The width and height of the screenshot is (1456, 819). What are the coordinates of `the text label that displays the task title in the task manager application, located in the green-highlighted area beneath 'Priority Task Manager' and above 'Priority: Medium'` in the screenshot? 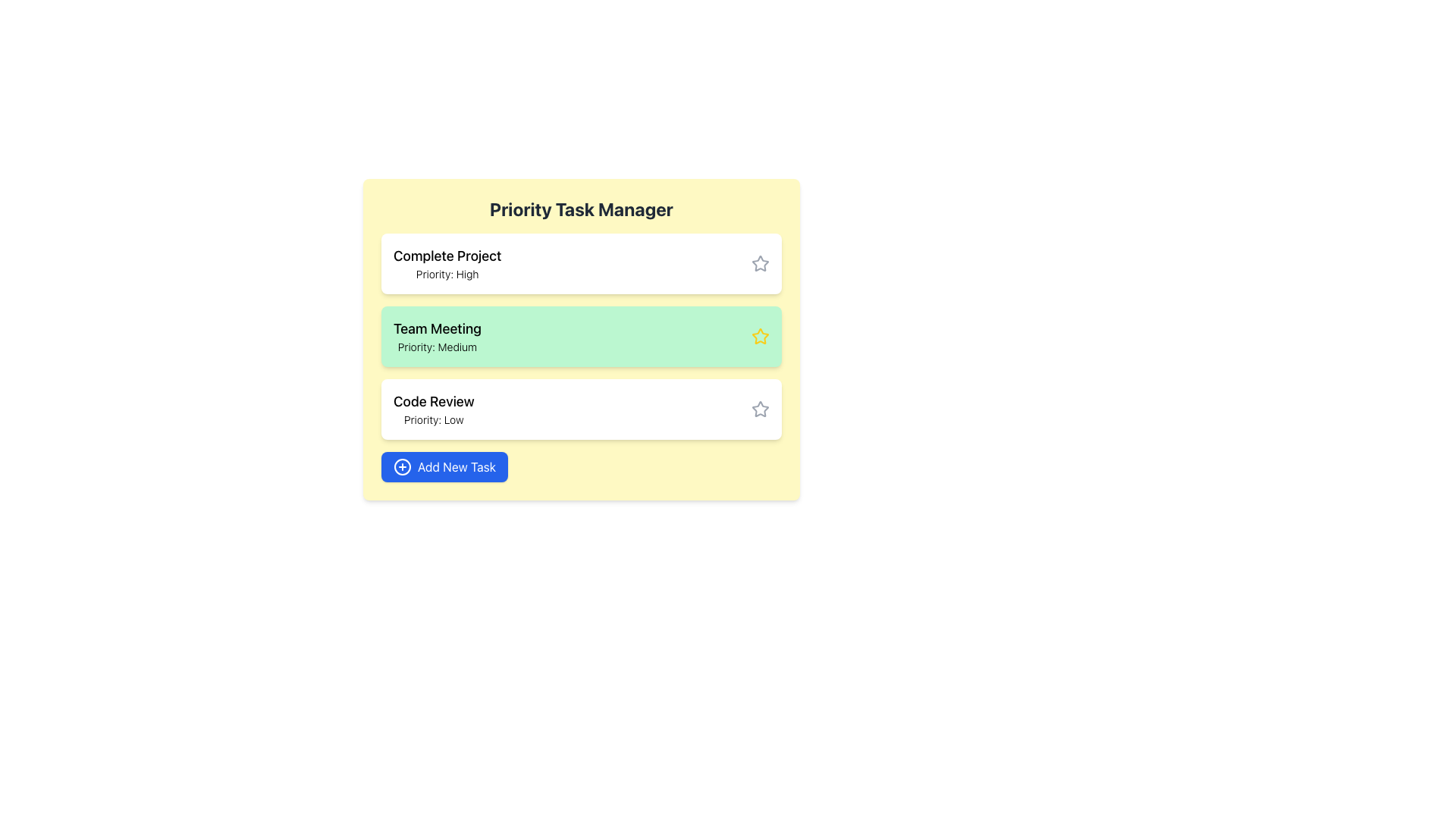 It's located at (436, 328).